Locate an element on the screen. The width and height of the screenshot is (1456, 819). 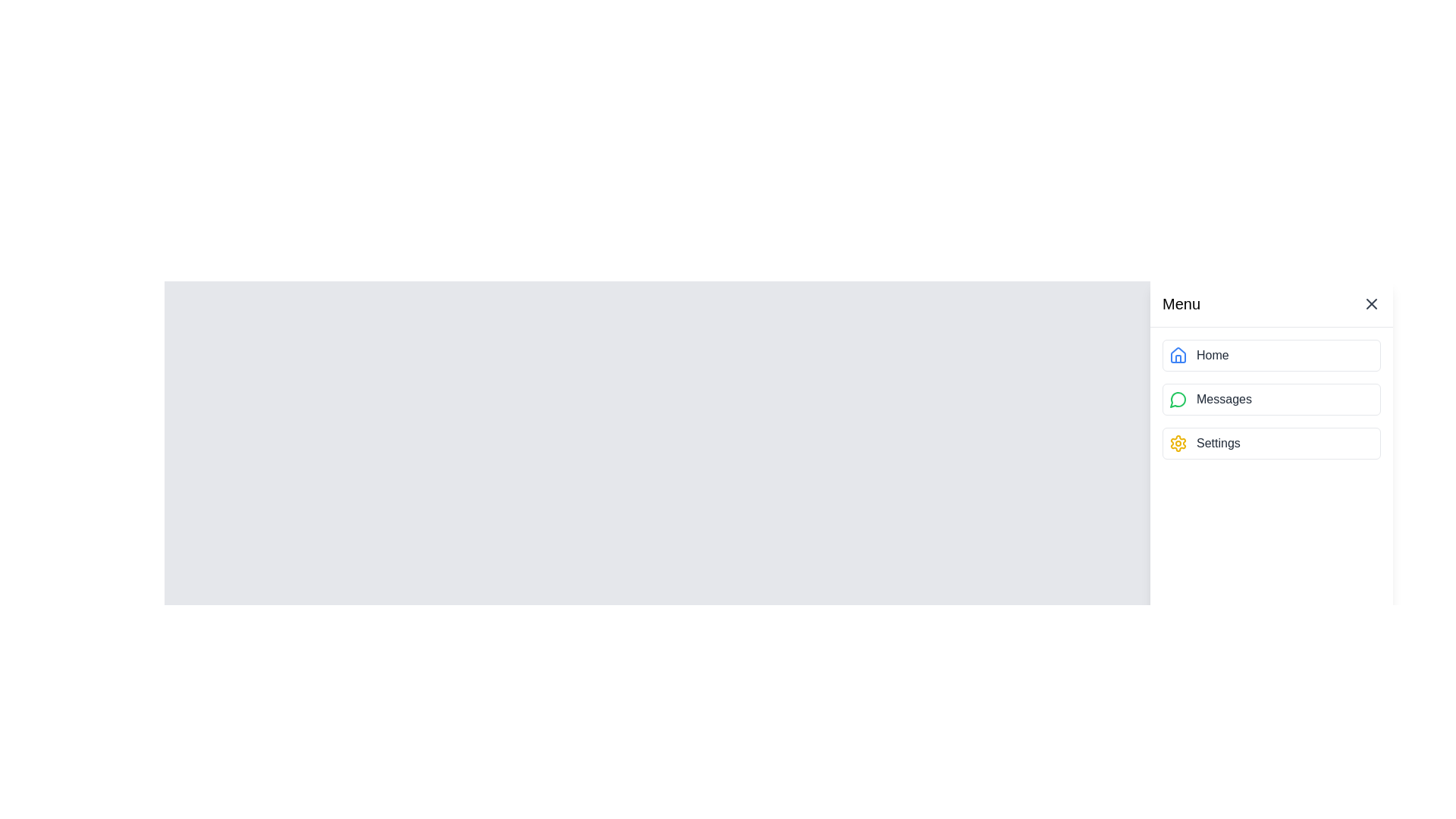
the green circular speech bubble icon located to the left of the text 'Messages' is located at coordinates (1178, 399).